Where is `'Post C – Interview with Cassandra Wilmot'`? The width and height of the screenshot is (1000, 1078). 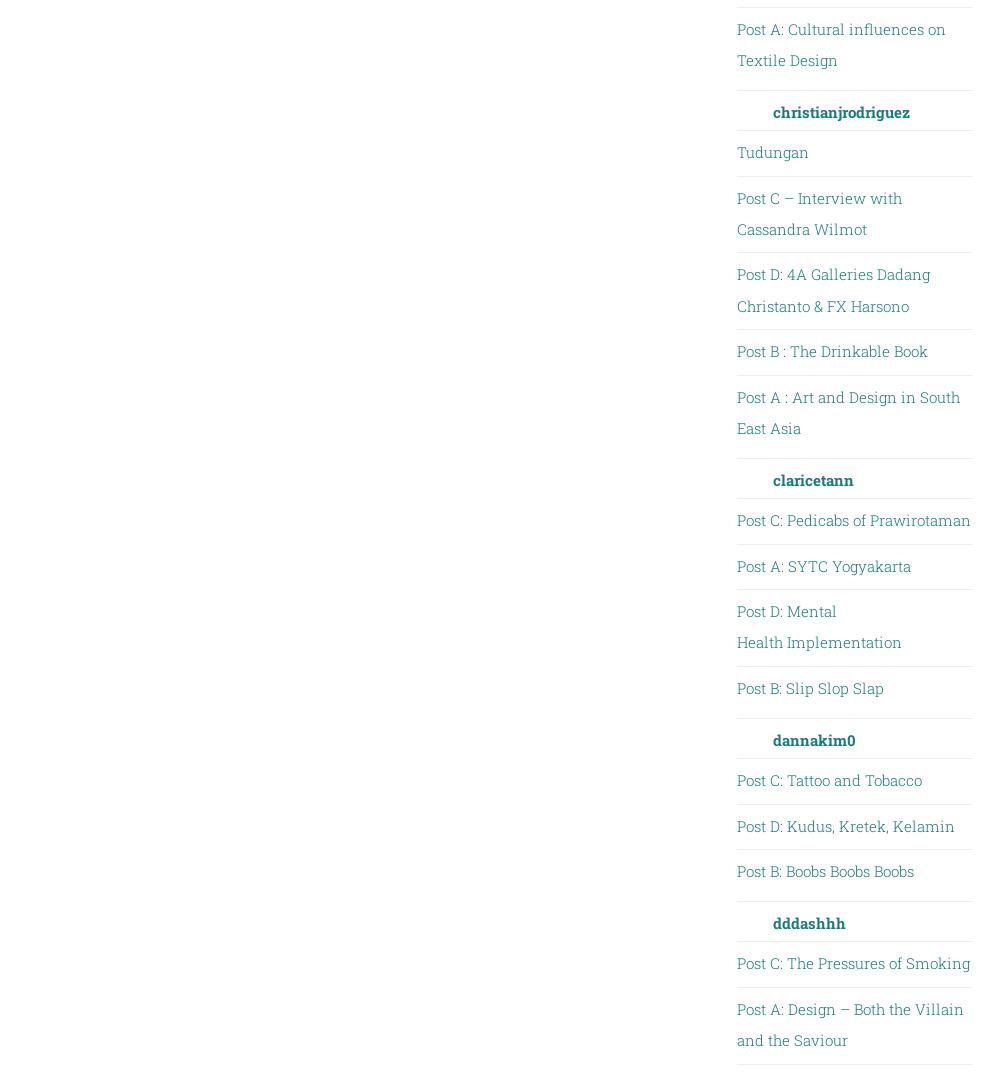 'Post C – Interview with Cassandra Wilmot' is located at coordinates (817, 213).